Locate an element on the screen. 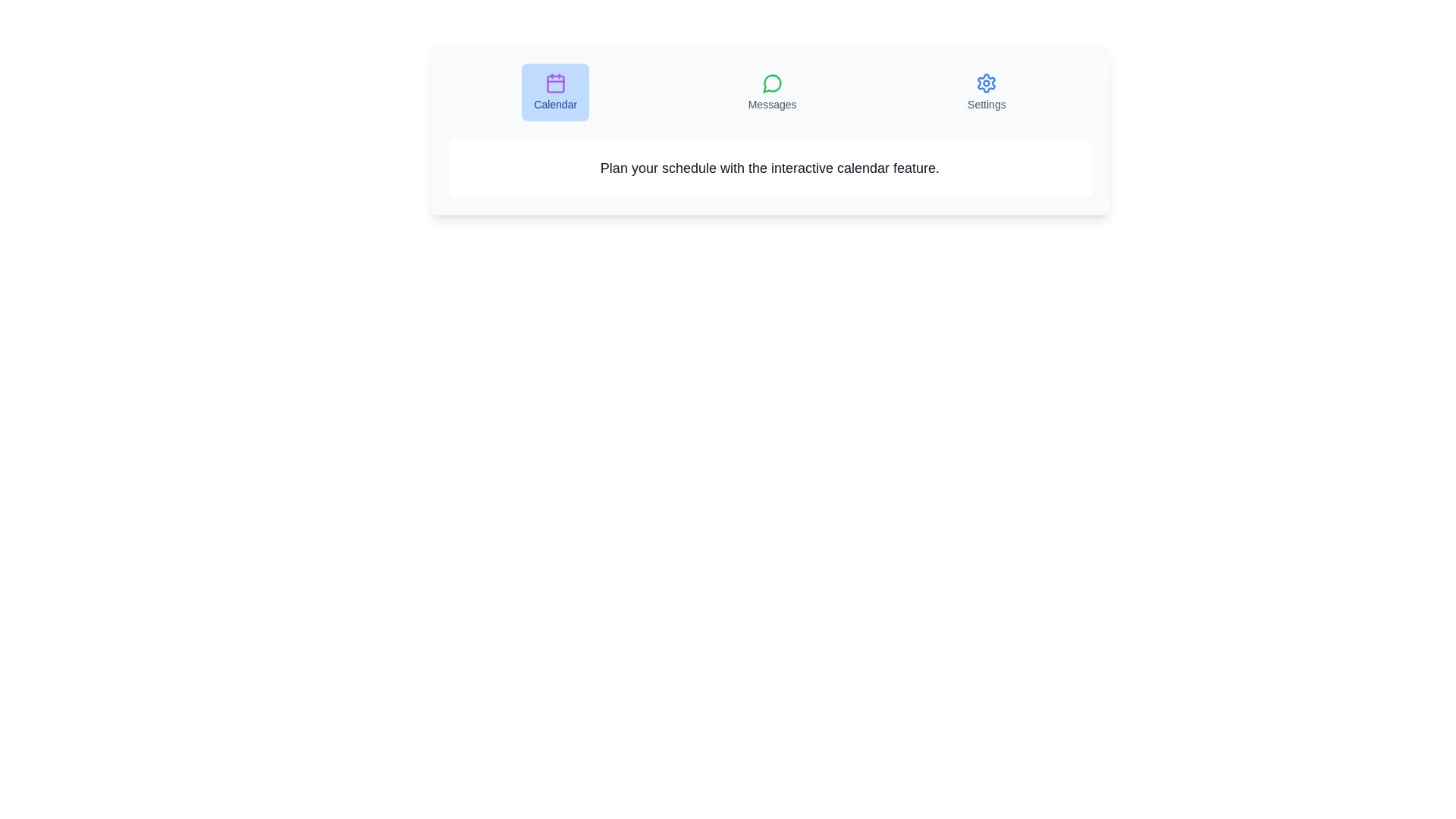  the Messages tab from the available options is located at coordinates (771, 93).